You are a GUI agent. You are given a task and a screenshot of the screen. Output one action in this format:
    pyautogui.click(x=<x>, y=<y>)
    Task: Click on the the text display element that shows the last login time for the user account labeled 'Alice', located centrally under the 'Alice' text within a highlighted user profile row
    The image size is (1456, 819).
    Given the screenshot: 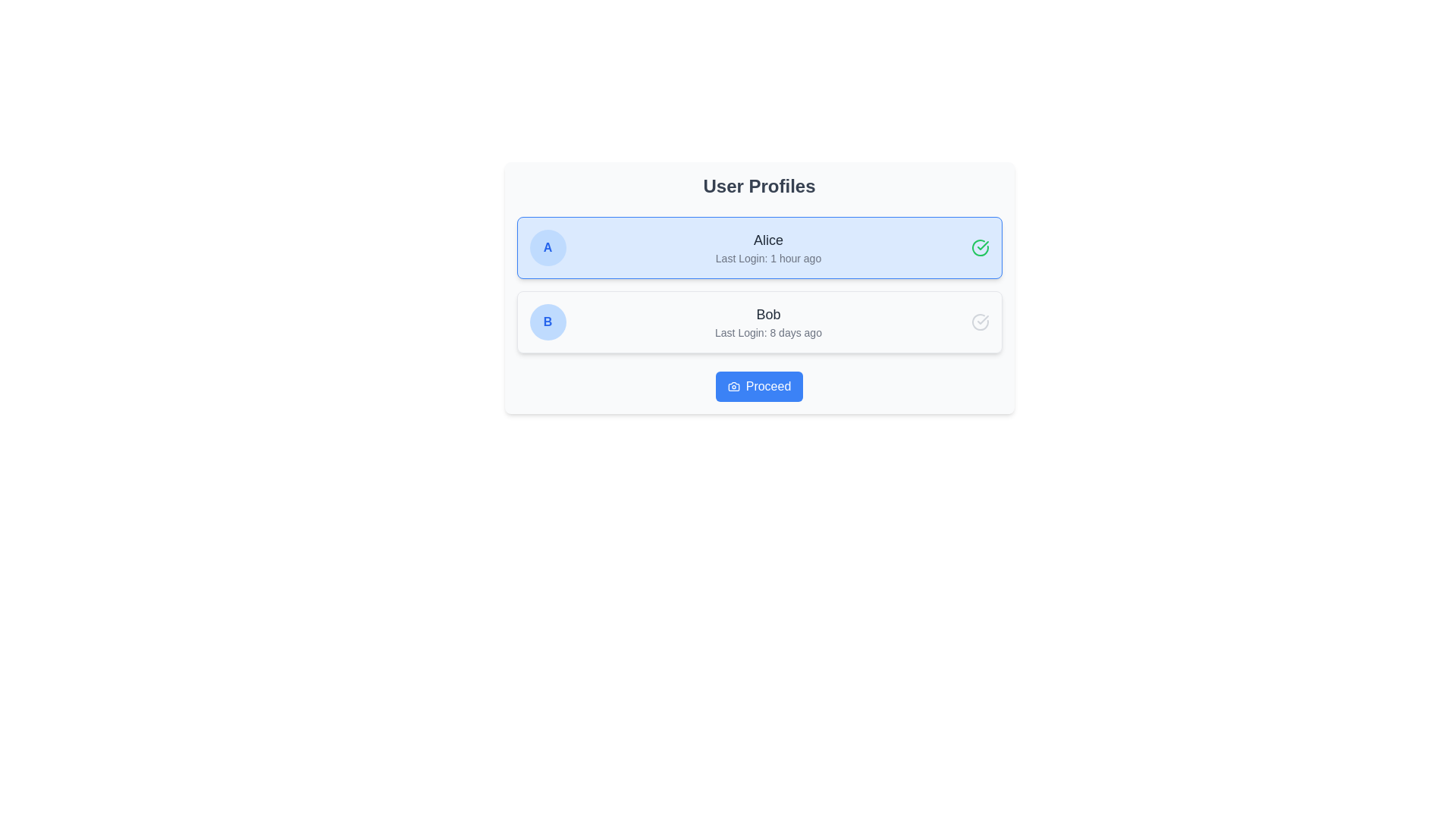 What is the action you would take?
    pyautogui.click(x=768, y=257)
    